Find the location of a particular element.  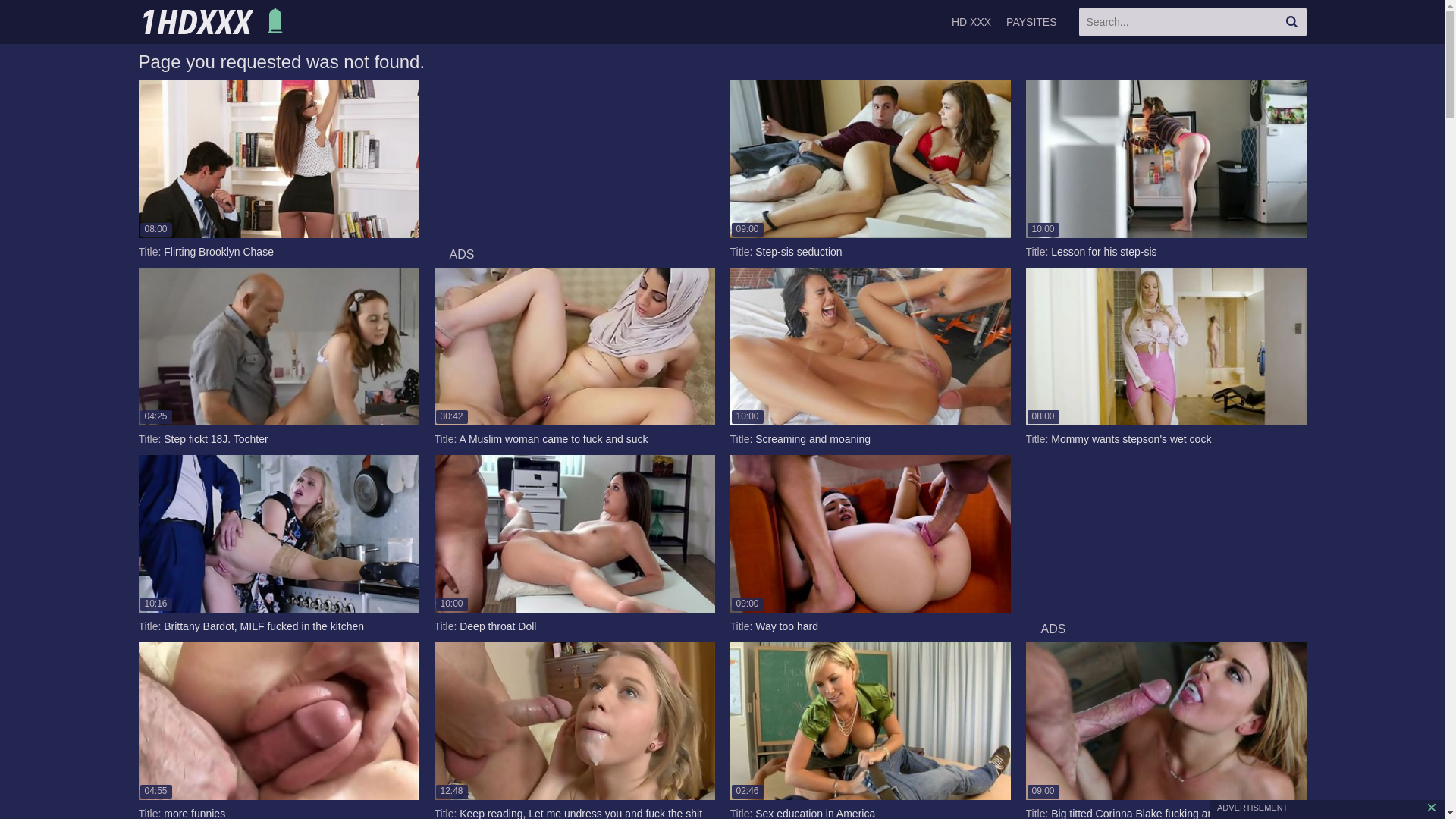

'PAYSITES' is located at coordinates (1031, 22).